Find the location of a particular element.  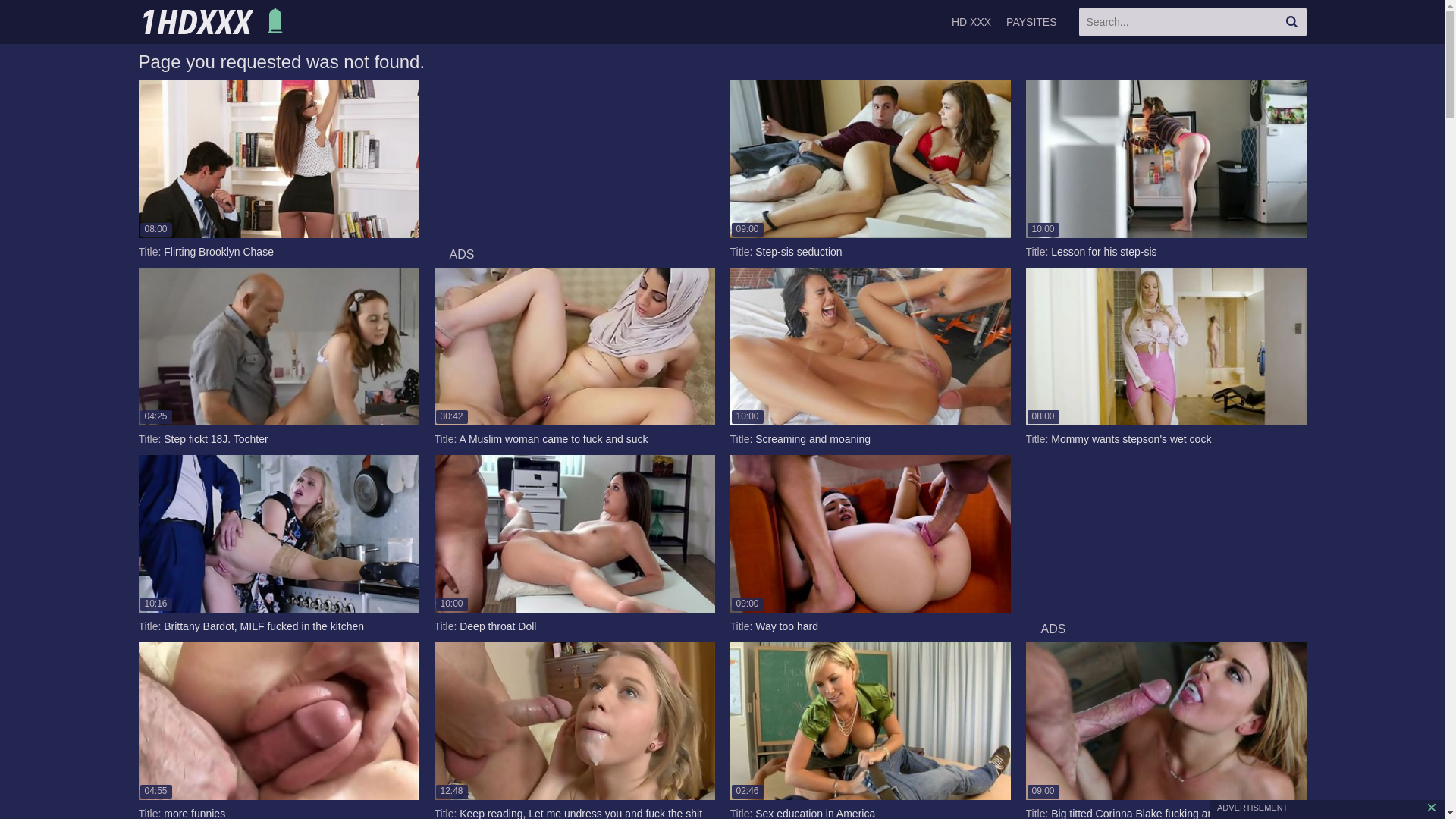

'PAYSITES' is located at coordinates (1031, 22).